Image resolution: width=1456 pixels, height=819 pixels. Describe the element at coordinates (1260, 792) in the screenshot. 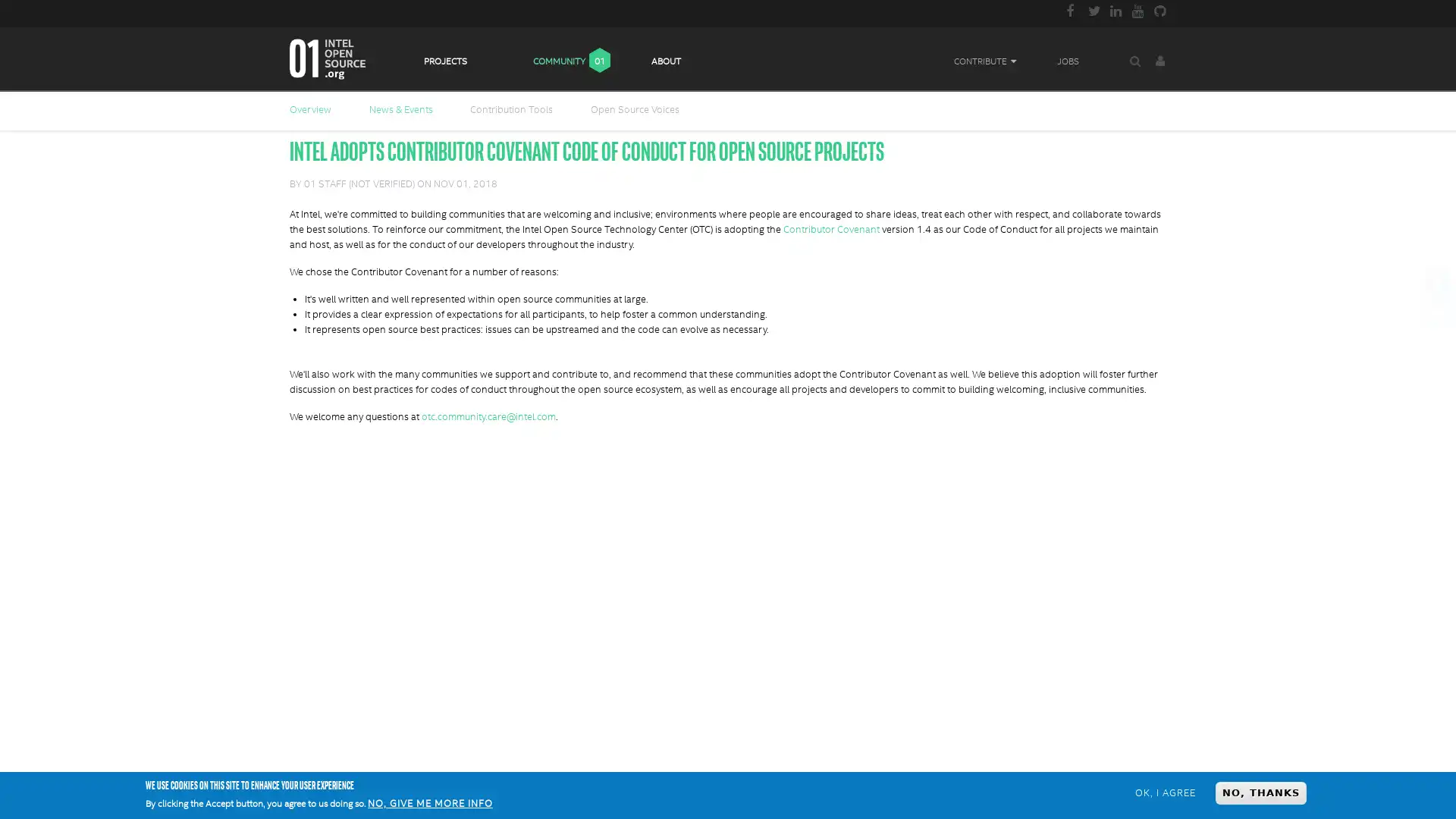

I see `NO, THANKS` at that location.